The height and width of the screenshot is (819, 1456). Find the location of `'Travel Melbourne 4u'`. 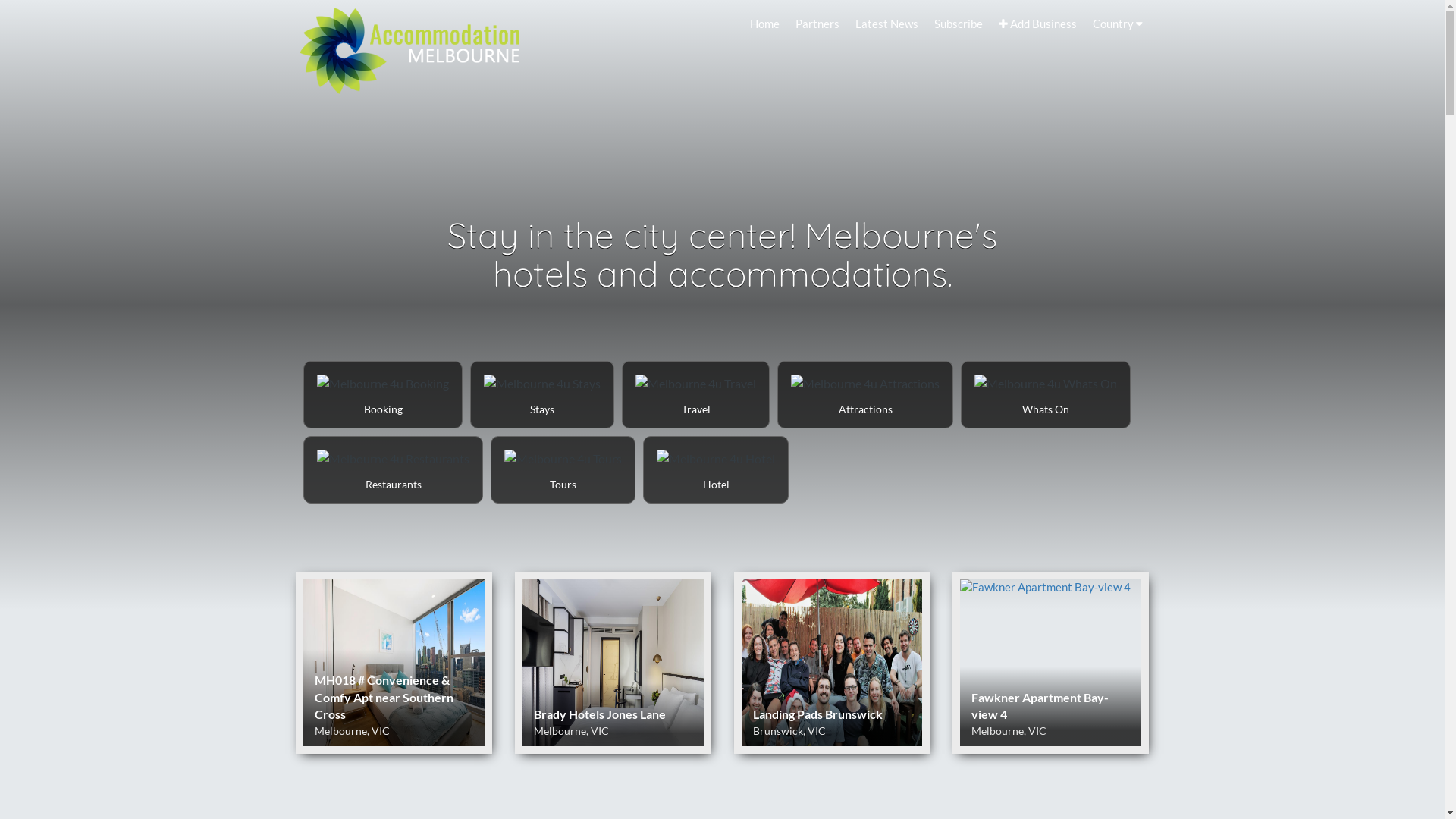

'Travel Melbourne 4u' is located at coordinates (695, 394).